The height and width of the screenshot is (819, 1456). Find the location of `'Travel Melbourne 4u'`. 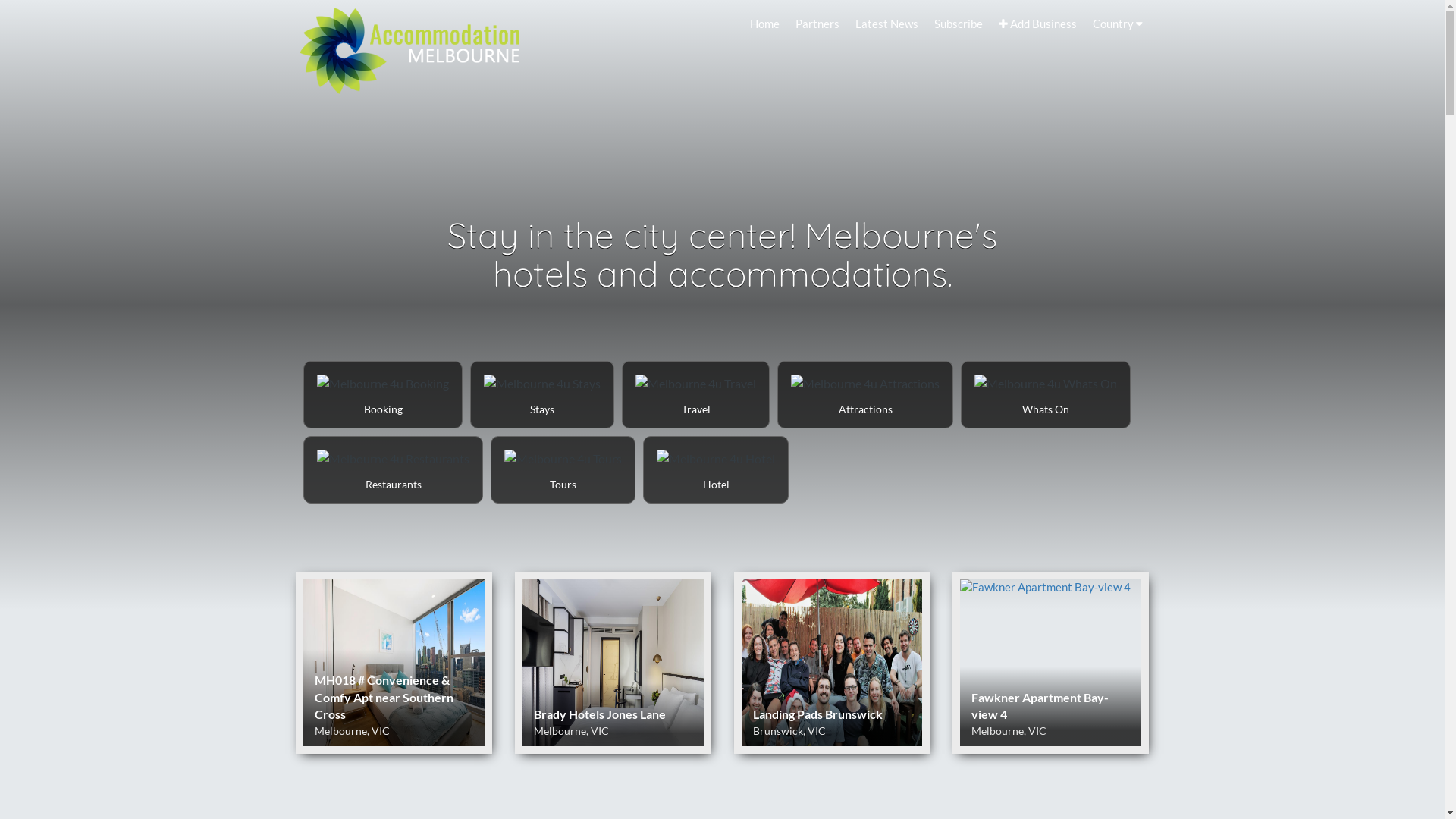

'Travel Melbourne 4u' is located at coordinates (695, 394).